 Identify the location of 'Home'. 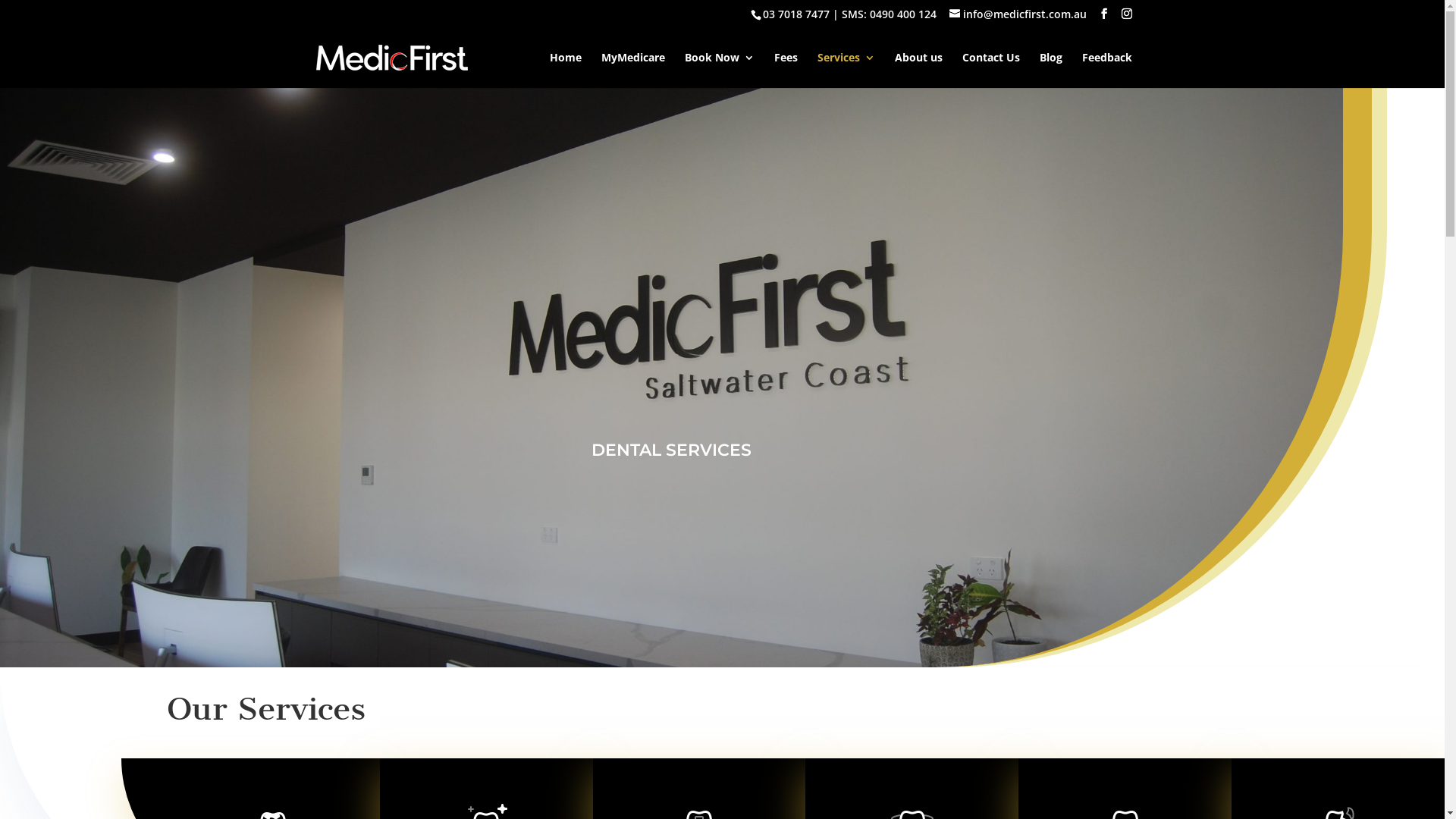
(563, 70).